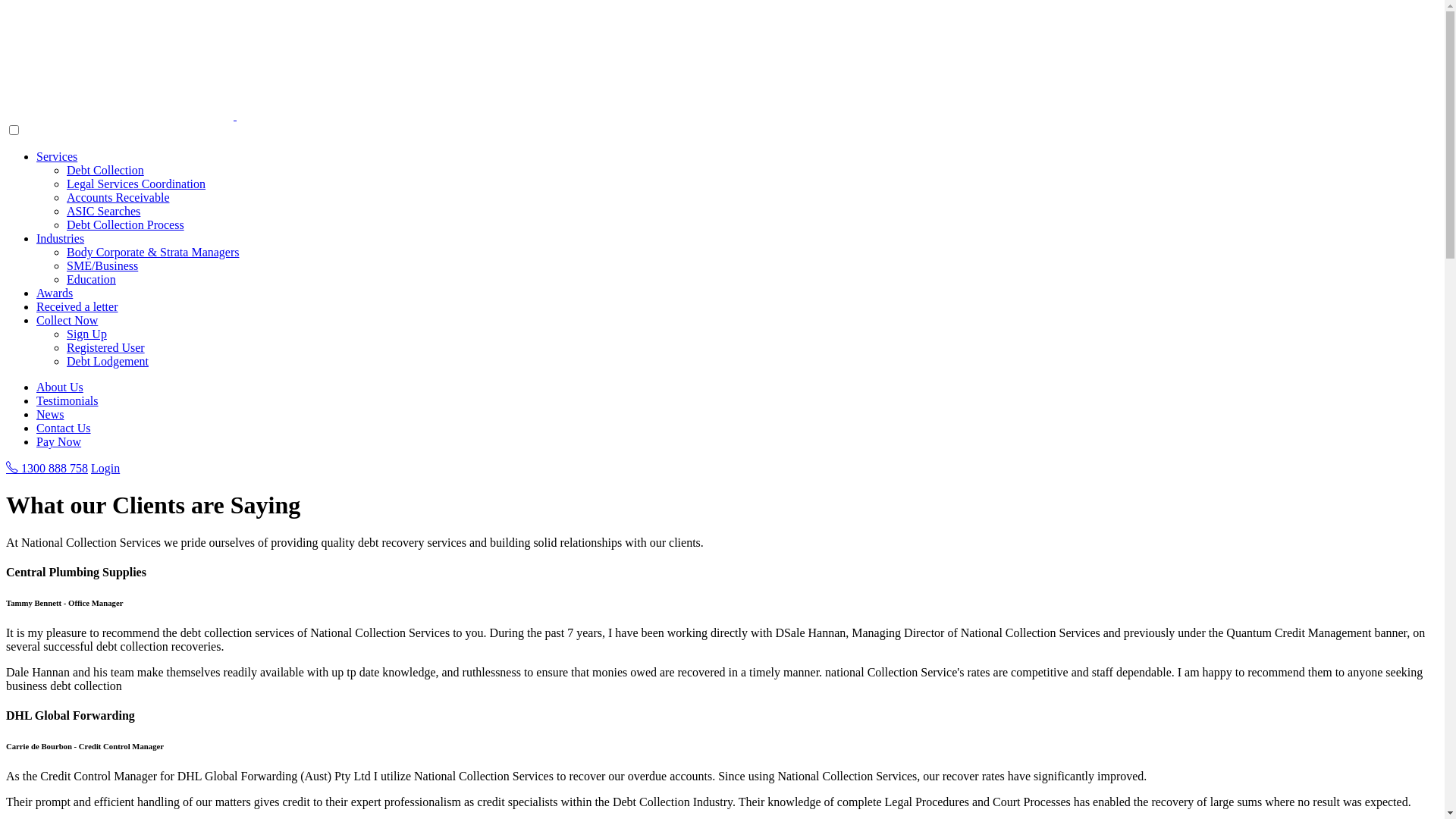  What do you see at coordinates (59, 386) in the screenshot?
I see `'About Us'` at bounding box center [59, 386].